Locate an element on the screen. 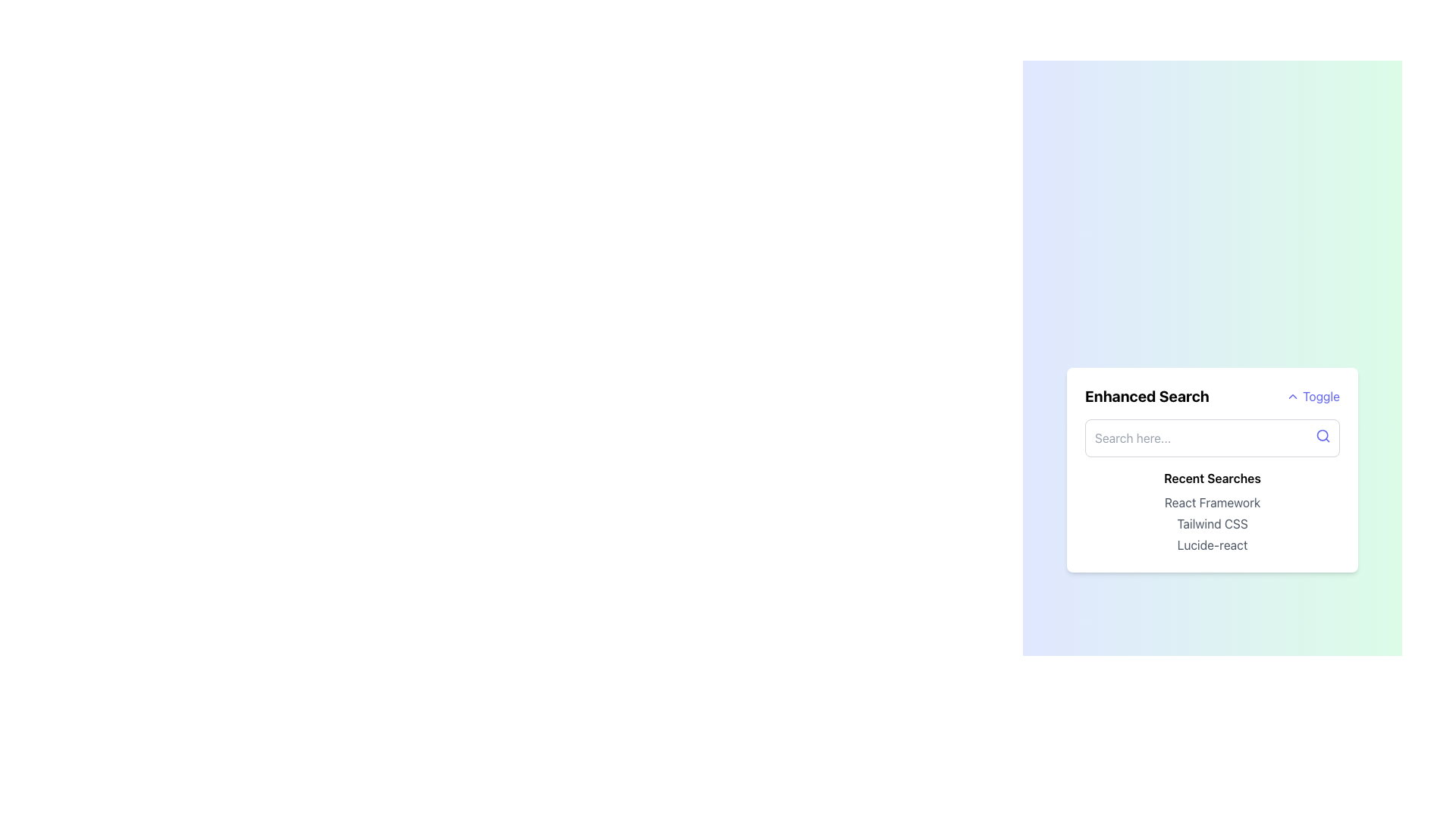 The image size is (1456, 819). the search button icon located at the top-right corner of the search input field to observe styling changes is located at coordinates (1323, 435).